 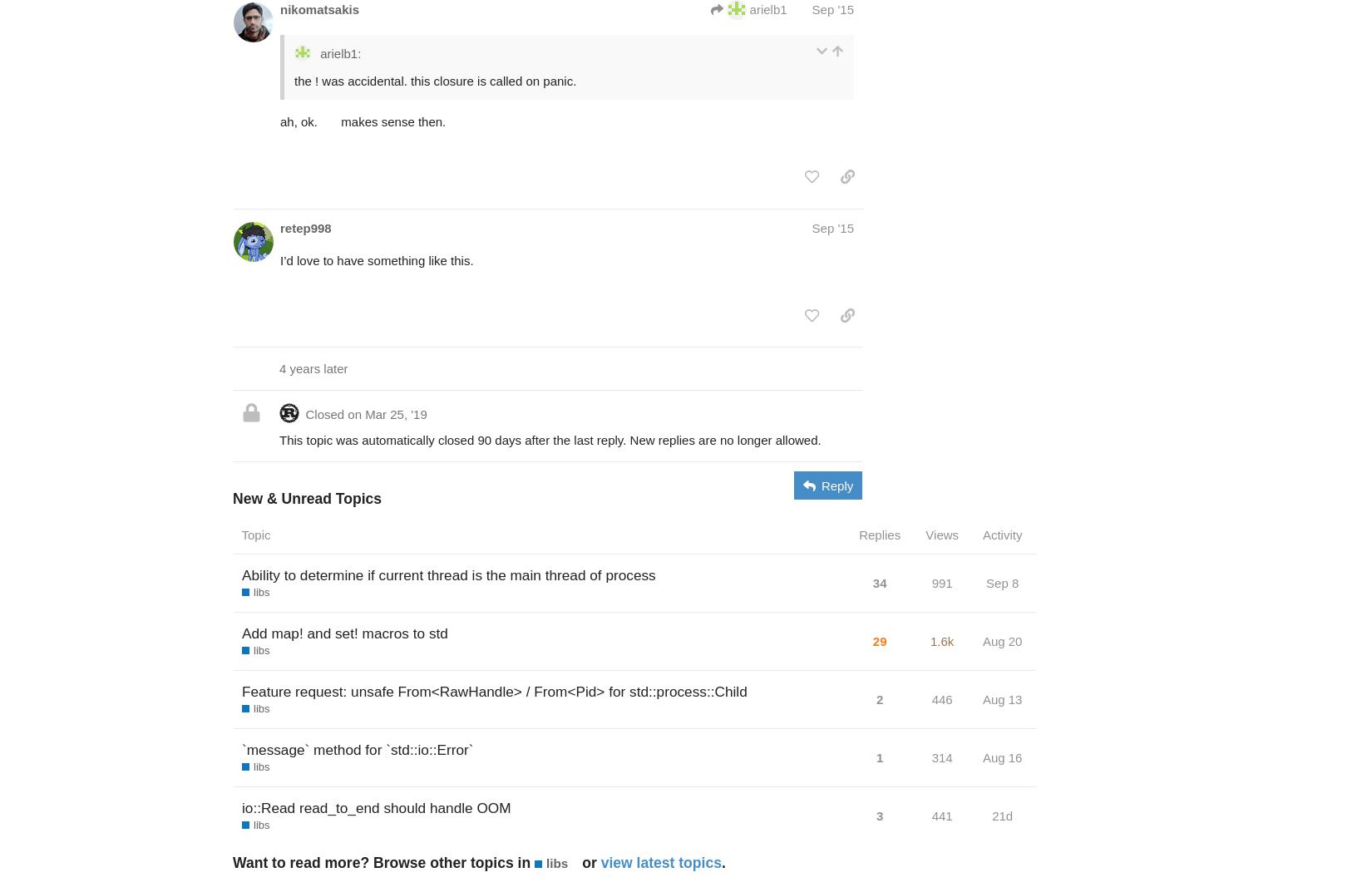 What do you see at coordinates (316, 53) in the screenshot?
I see `'arielb1:'` at bounding box center [316, 53].